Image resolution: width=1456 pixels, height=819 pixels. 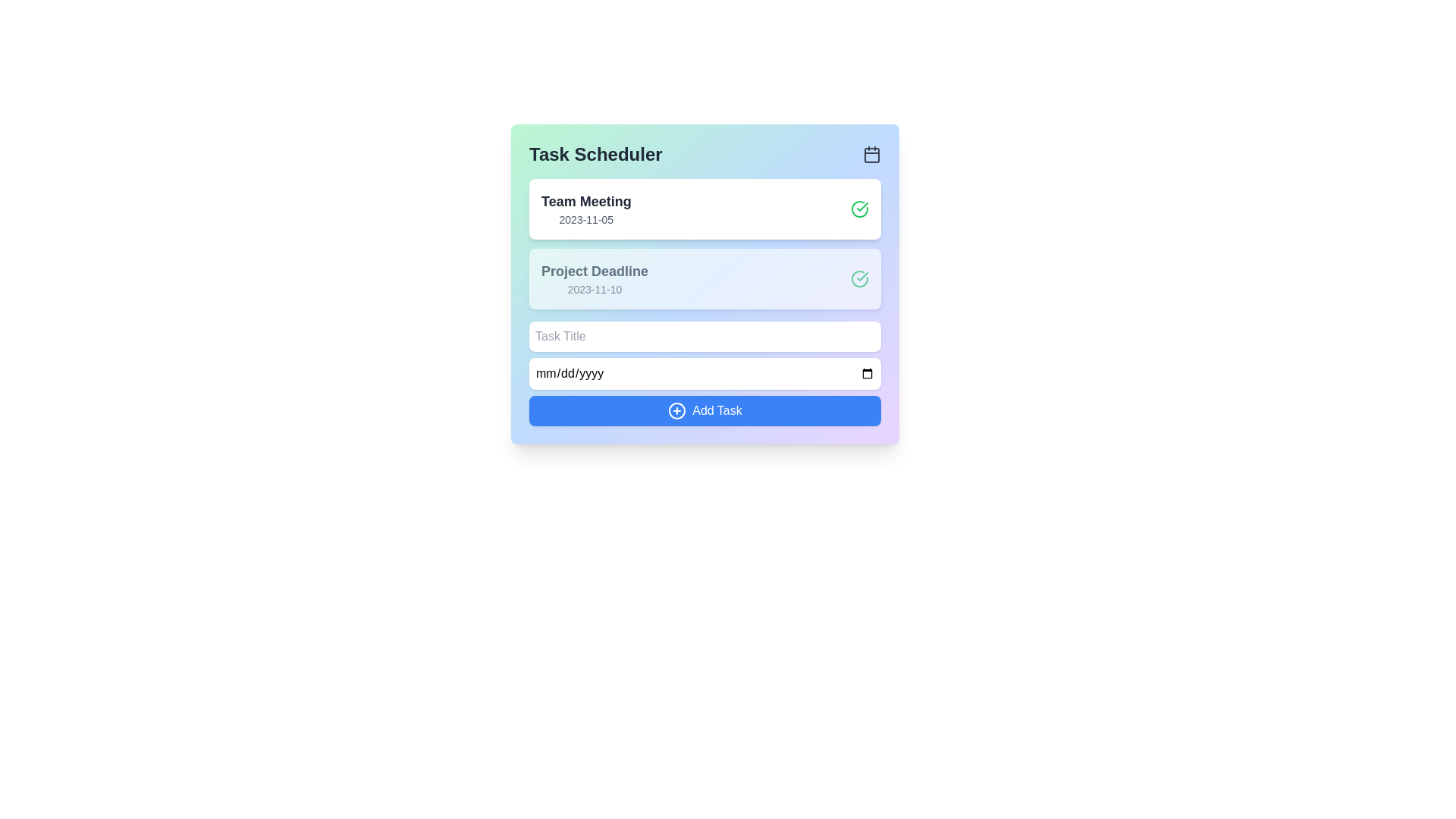 I want to click on the central circular component of the 'plus' icon within the 'Add Task' button located in the bottom right of the interface, so click(x=676, y=411).